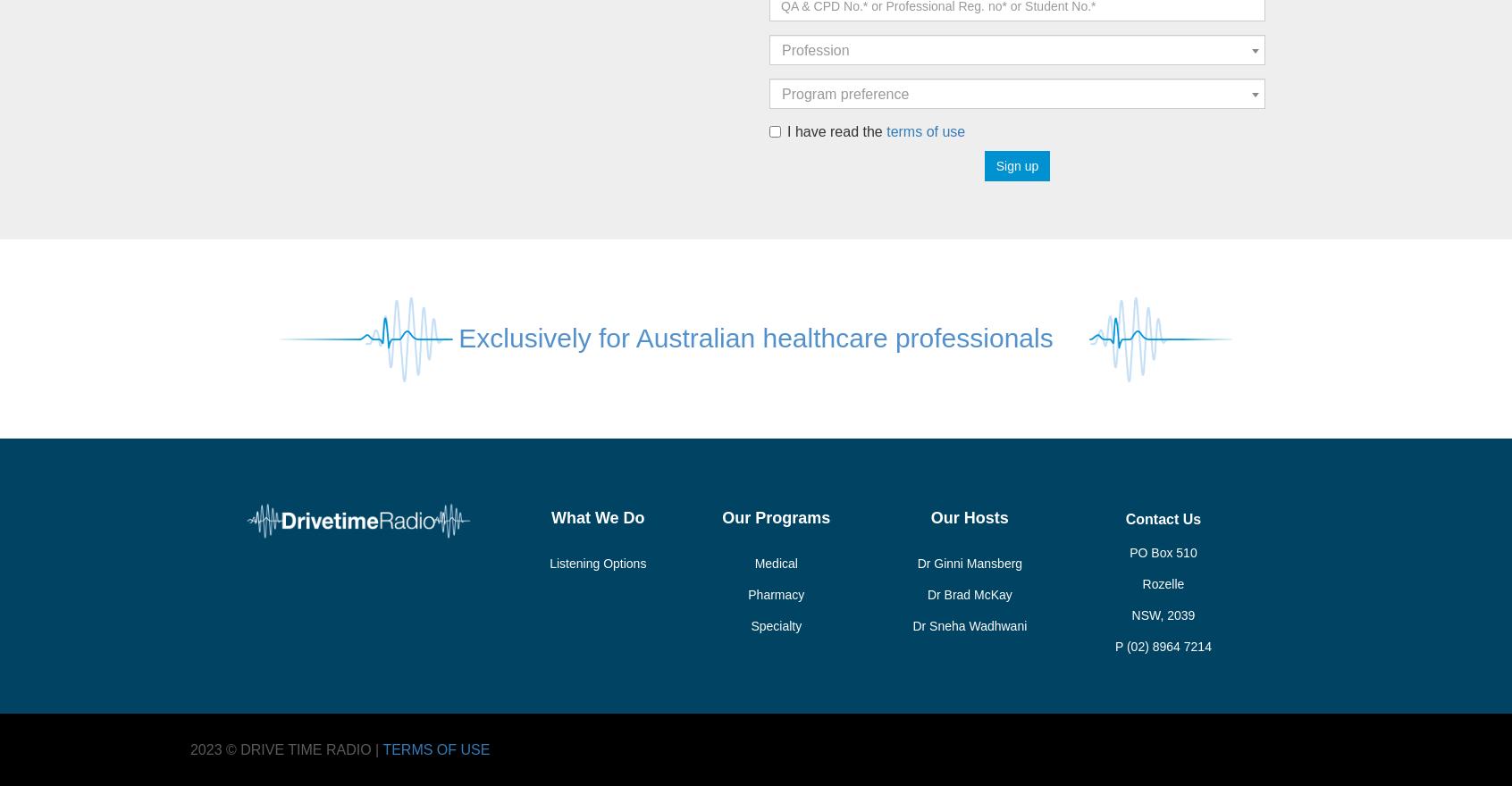 This screenshot has height=786, width=1512. I want to click on '2023 © DRIVE TIME RADIO |', so click(284, 748).